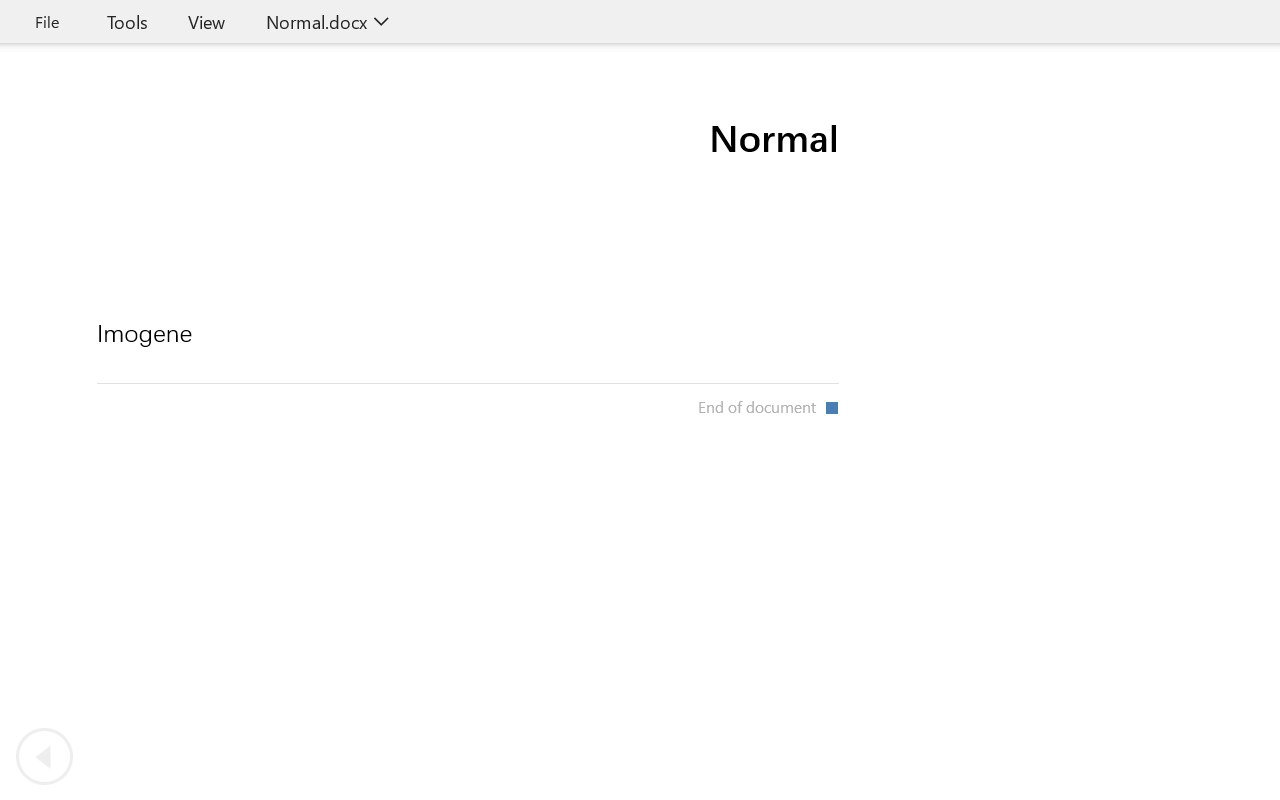 Image resolution: width=1280 pixels, height=800 pixels. I want to click on 'Tools', so click(126, 21).